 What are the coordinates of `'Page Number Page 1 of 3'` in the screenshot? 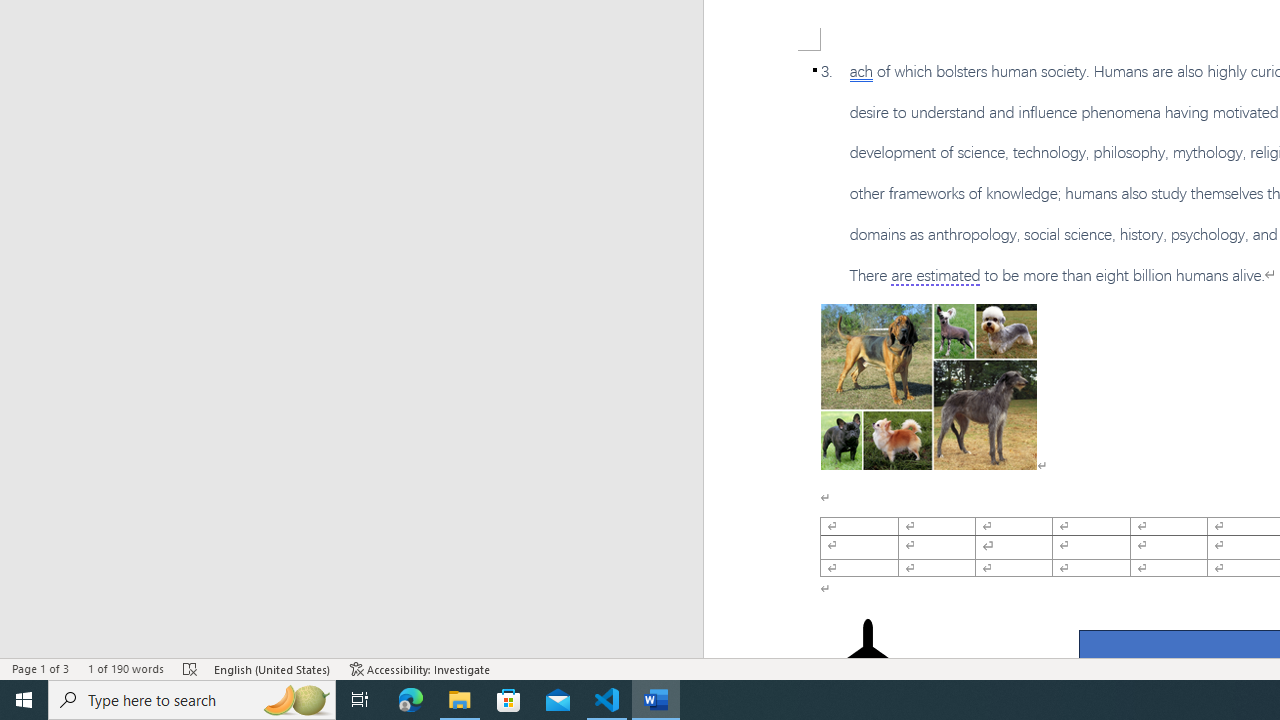 It's located at (40, 669).